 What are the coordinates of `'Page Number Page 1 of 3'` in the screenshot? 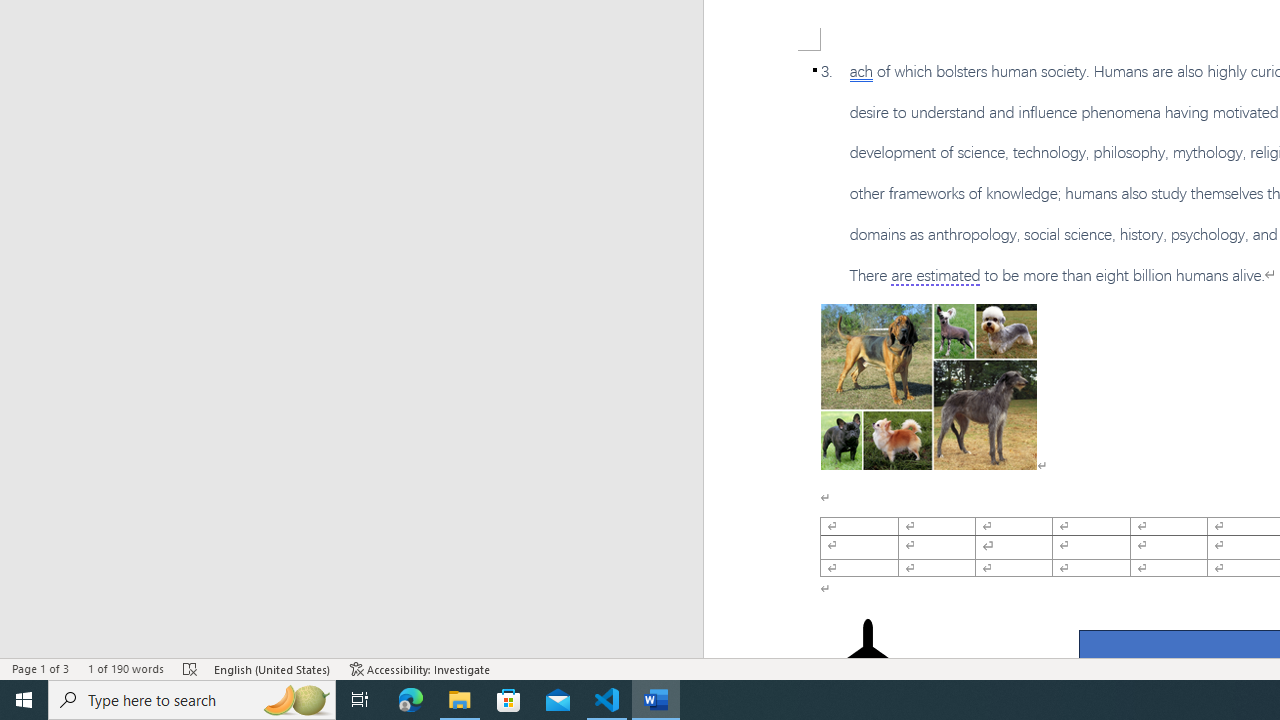 It's located at (40, 669).